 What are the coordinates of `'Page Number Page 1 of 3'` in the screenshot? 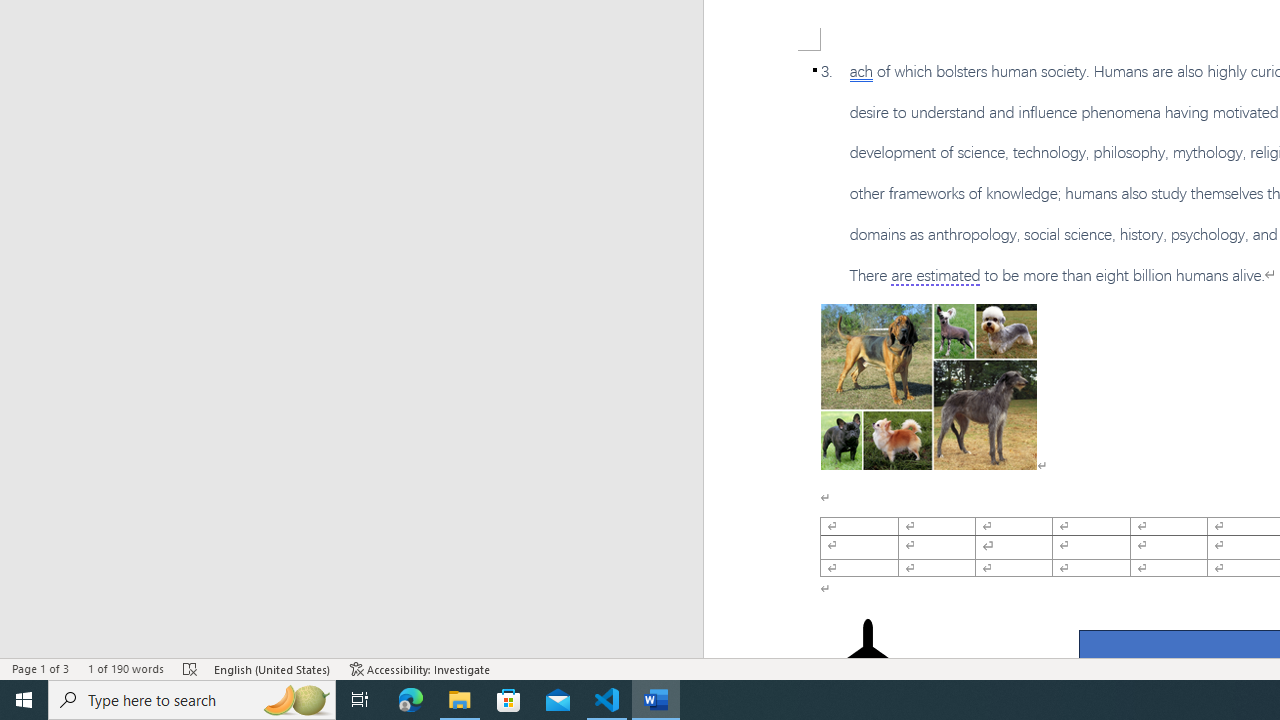 It's located at (40, 669).